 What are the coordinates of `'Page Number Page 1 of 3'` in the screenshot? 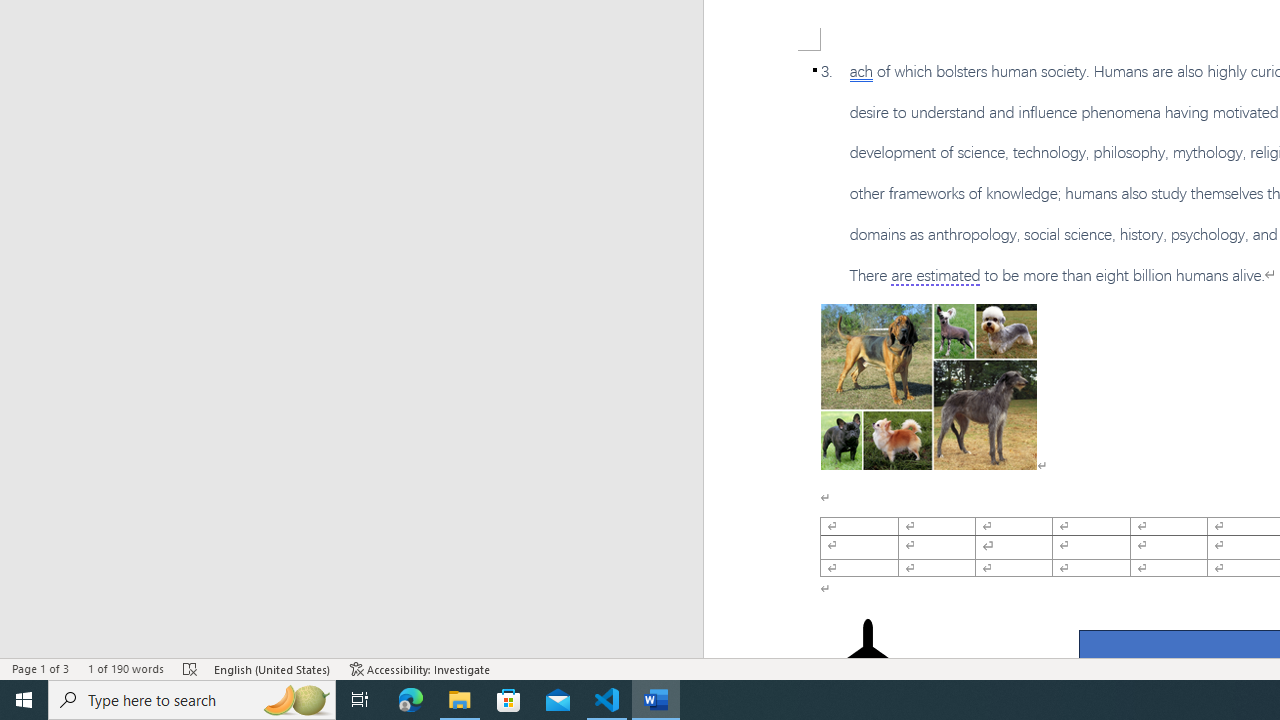 It's located at (40, 669).